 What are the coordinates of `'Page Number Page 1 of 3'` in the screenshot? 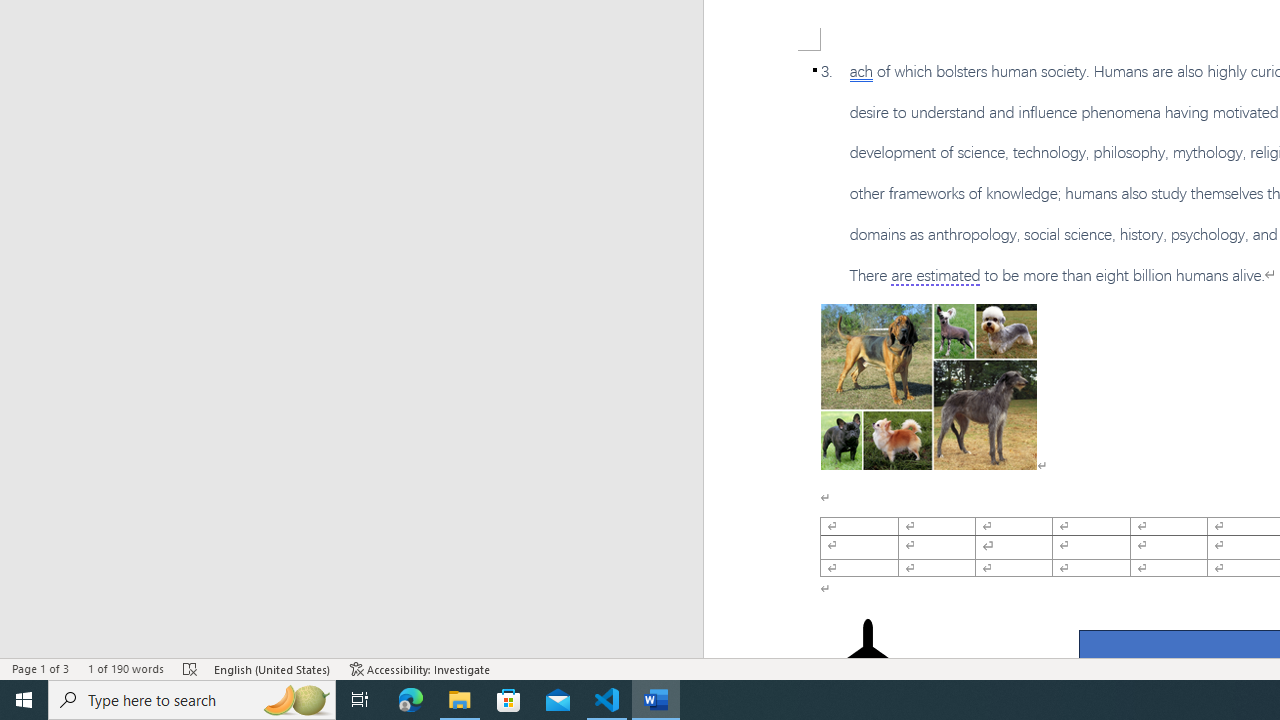 It's located at (40, 669).